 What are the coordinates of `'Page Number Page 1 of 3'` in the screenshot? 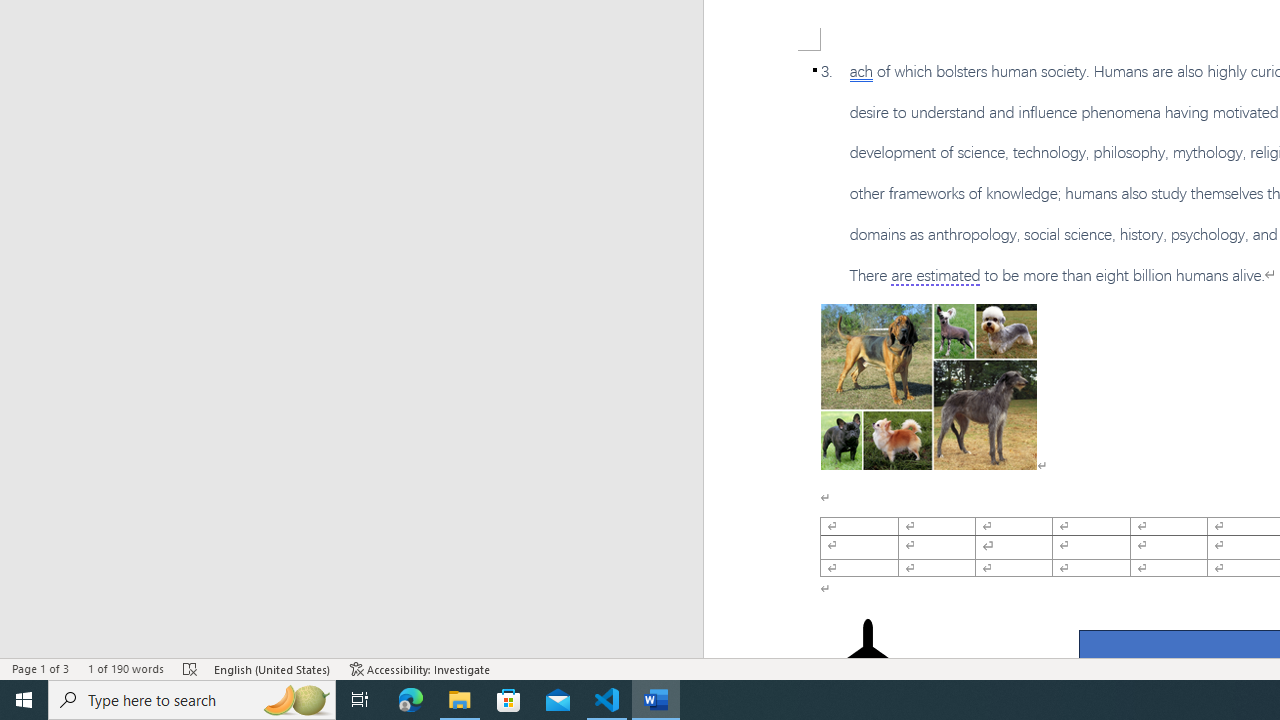 It's located at (40, 669).